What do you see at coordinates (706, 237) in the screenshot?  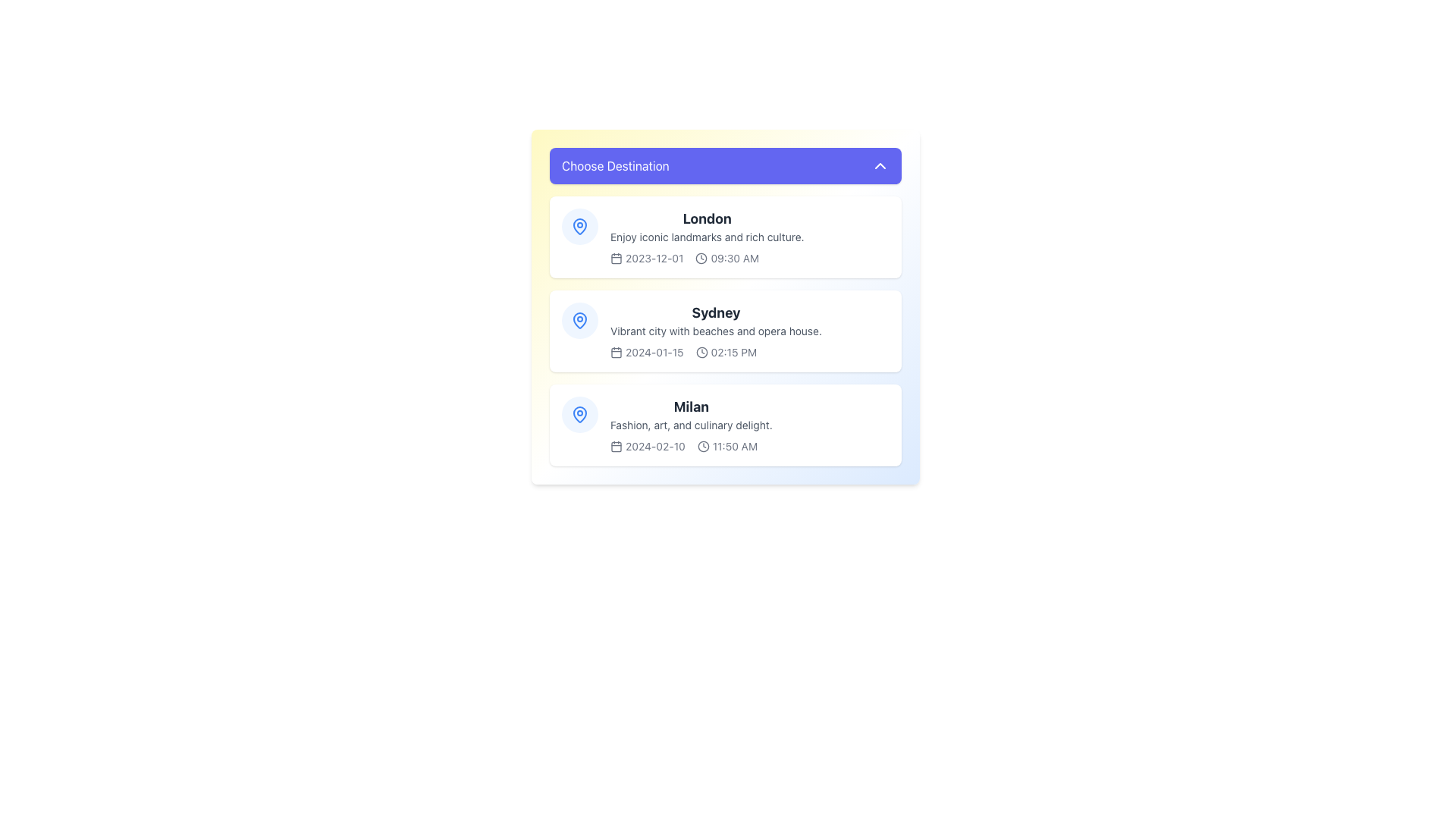 I see `information displayed in the Informative Panel about the city of London, which includes its name, a brief description, and the scheduled date and time for an event` at bounding box center [706, 237].